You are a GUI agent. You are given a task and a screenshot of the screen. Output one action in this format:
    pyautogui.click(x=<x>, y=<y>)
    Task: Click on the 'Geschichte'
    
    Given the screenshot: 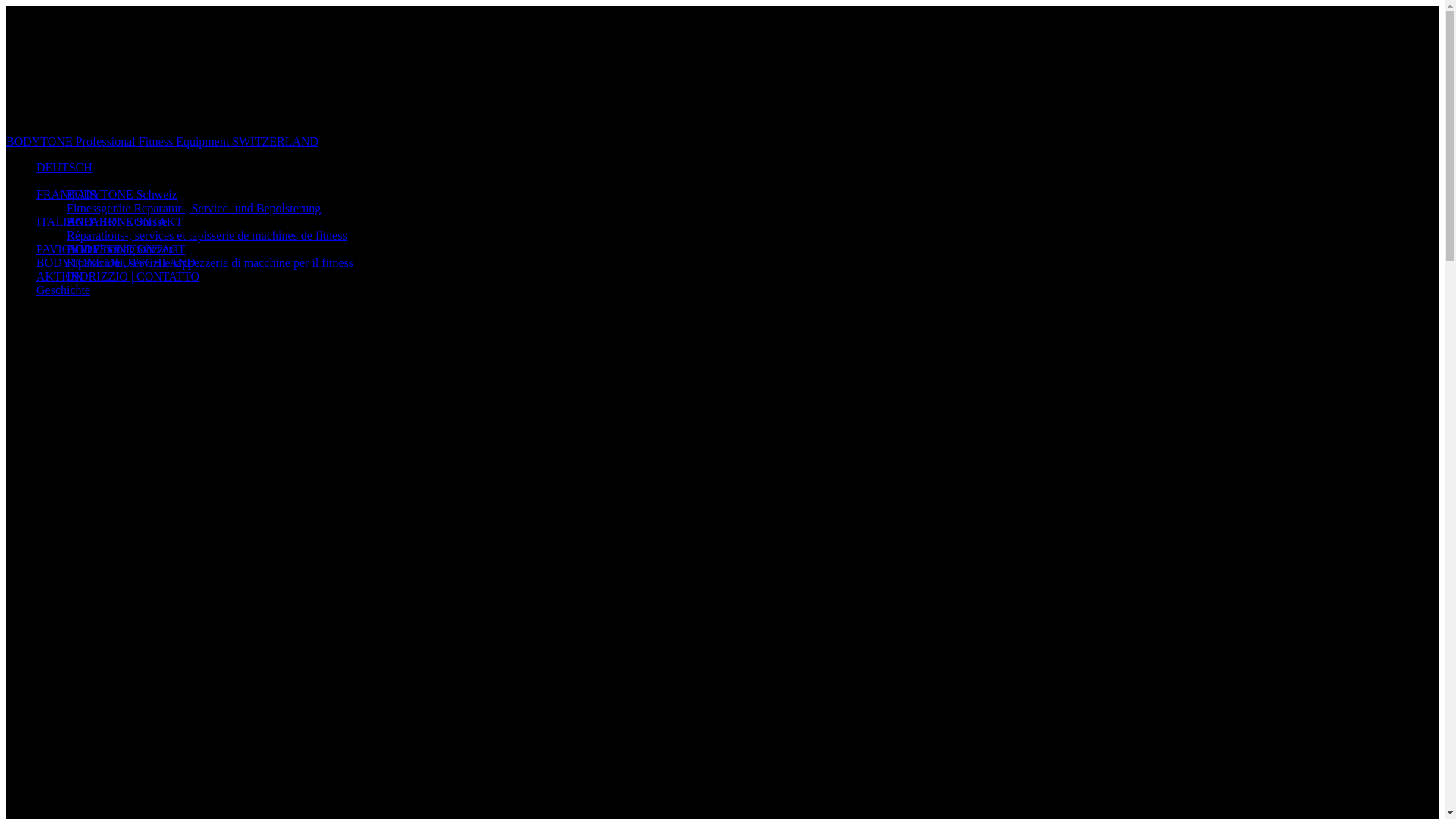 What is the action you would take?
    pyautogui.click(x=62, y=290)
    